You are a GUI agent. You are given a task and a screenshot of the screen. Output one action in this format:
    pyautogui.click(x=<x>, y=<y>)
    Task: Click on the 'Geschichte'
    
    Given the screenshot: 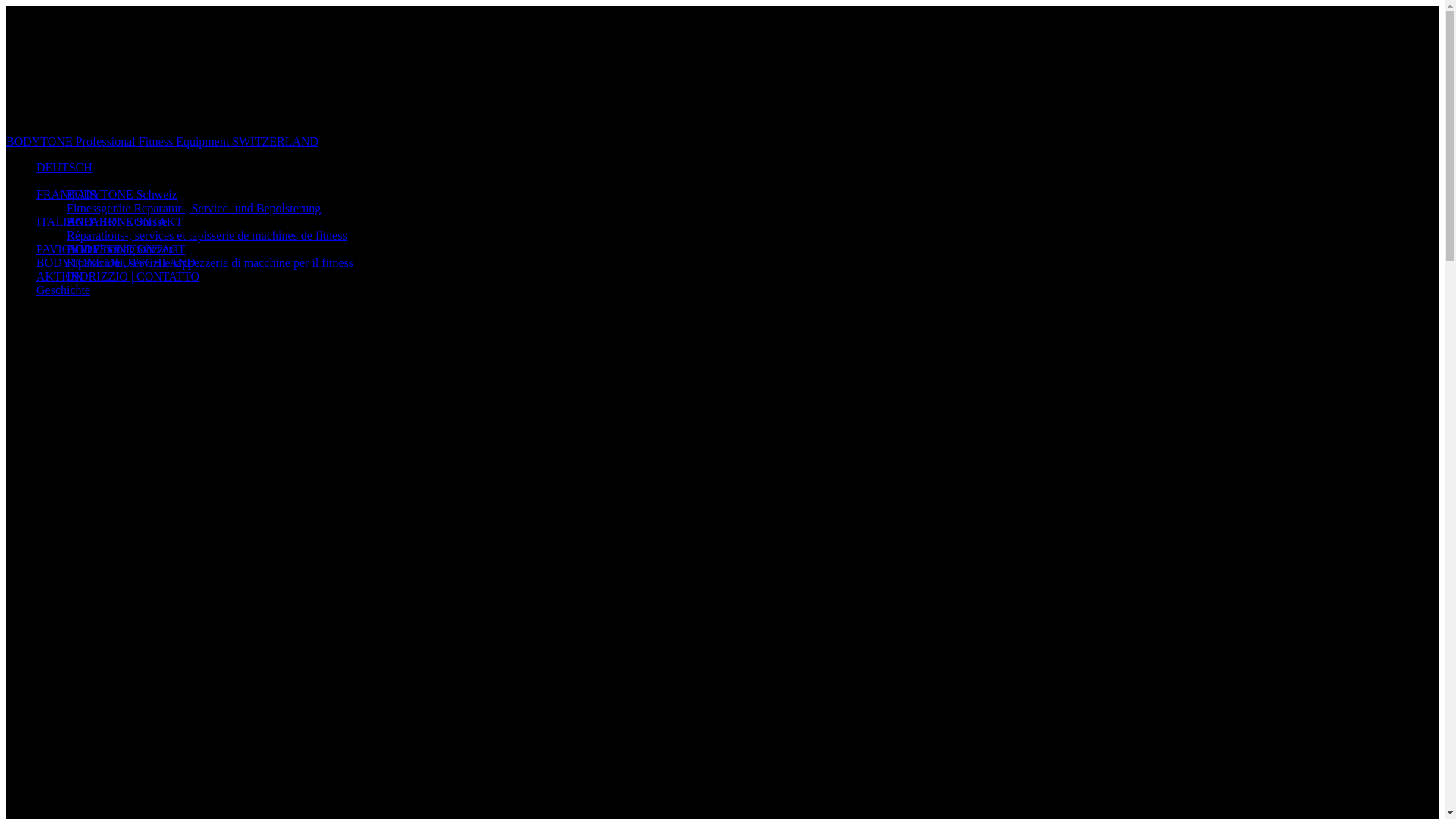 What is the action you would take?
    pyautogui.click(x=62, y=290)
    